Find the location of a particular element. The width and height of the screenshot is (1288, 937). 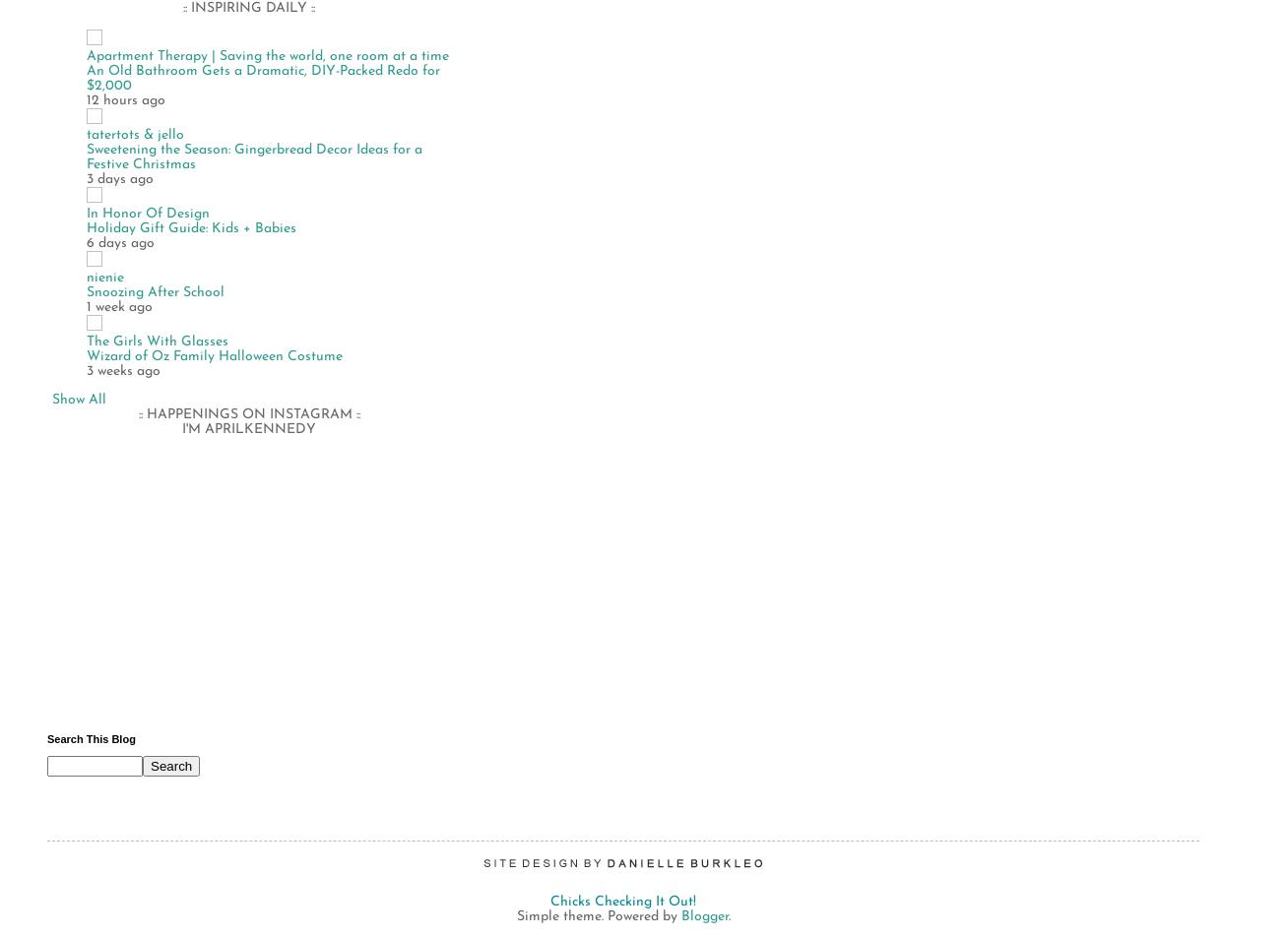

'3 days ago' is located at coordinates (119, 178).